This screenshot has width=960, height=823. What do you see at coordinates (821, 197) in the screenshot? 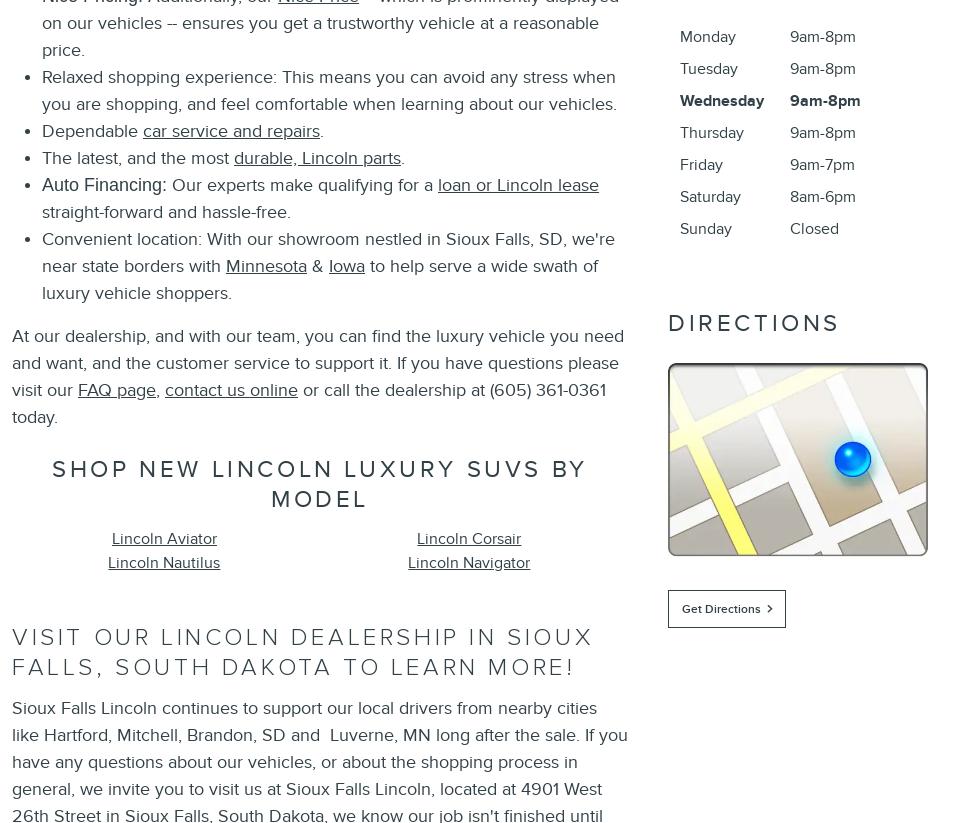
I see `'8am-6pm'` at bounding box center [821, 197].